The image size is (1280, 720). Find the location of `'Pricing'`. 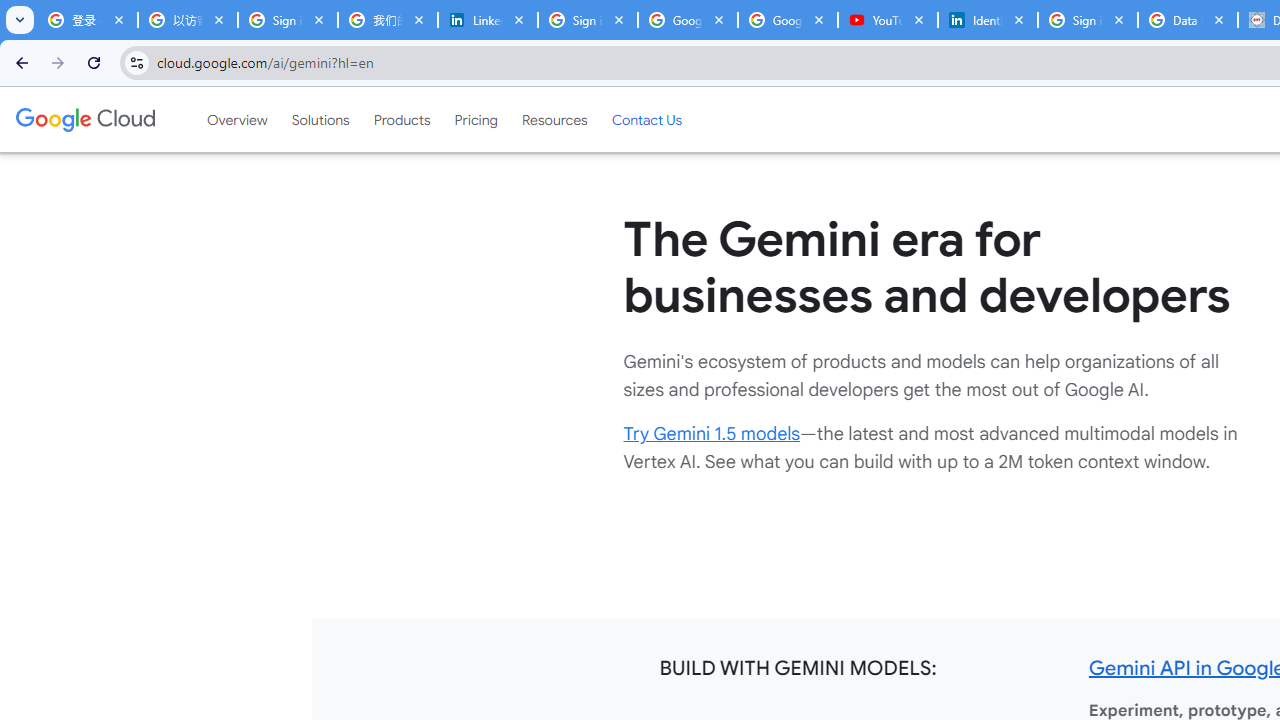

'Pricing' is located at coordinates (475, 119).